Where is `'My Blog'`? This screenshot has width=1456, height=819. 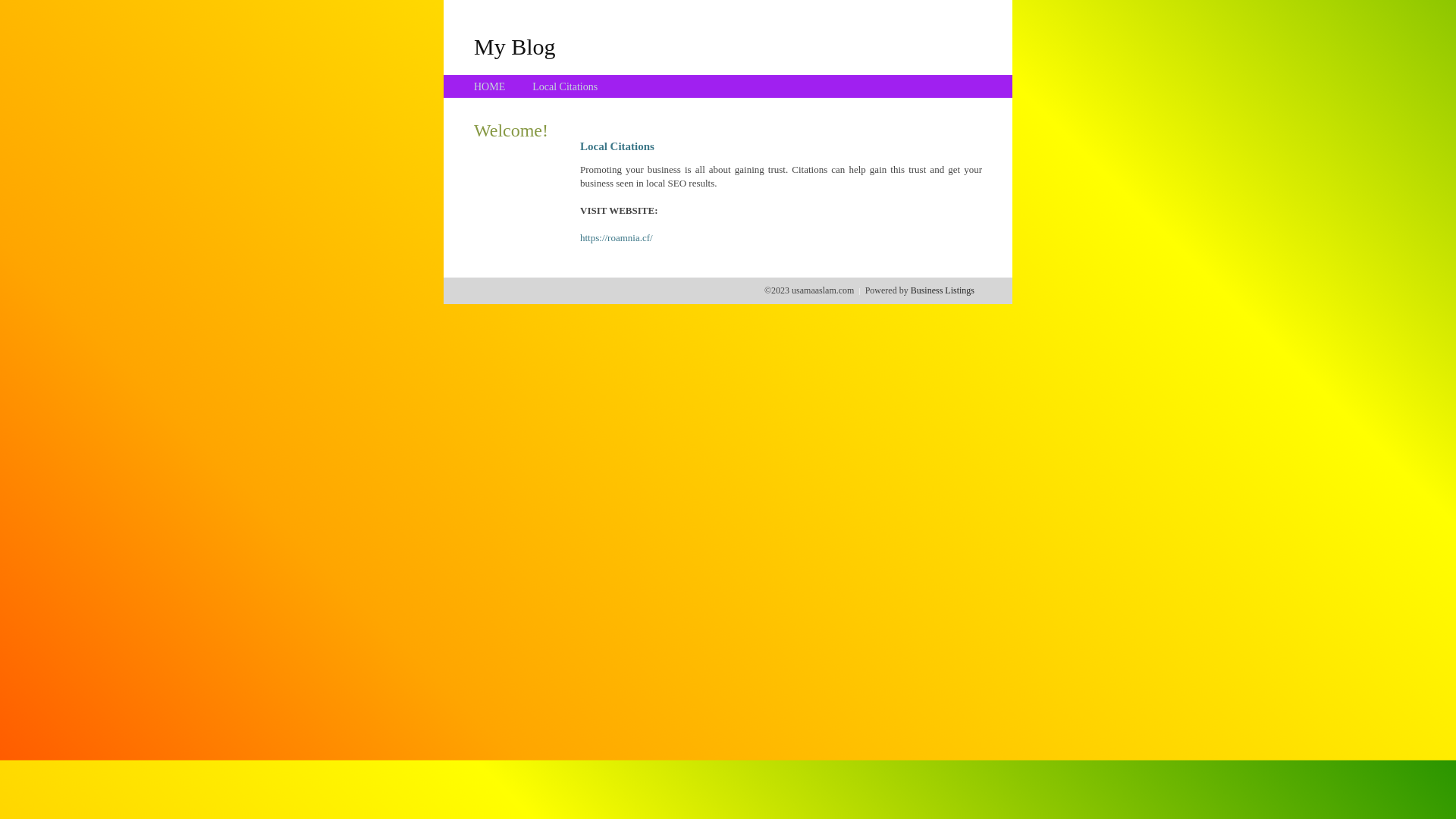 'My Blog' is located at coordinates (472, 45).